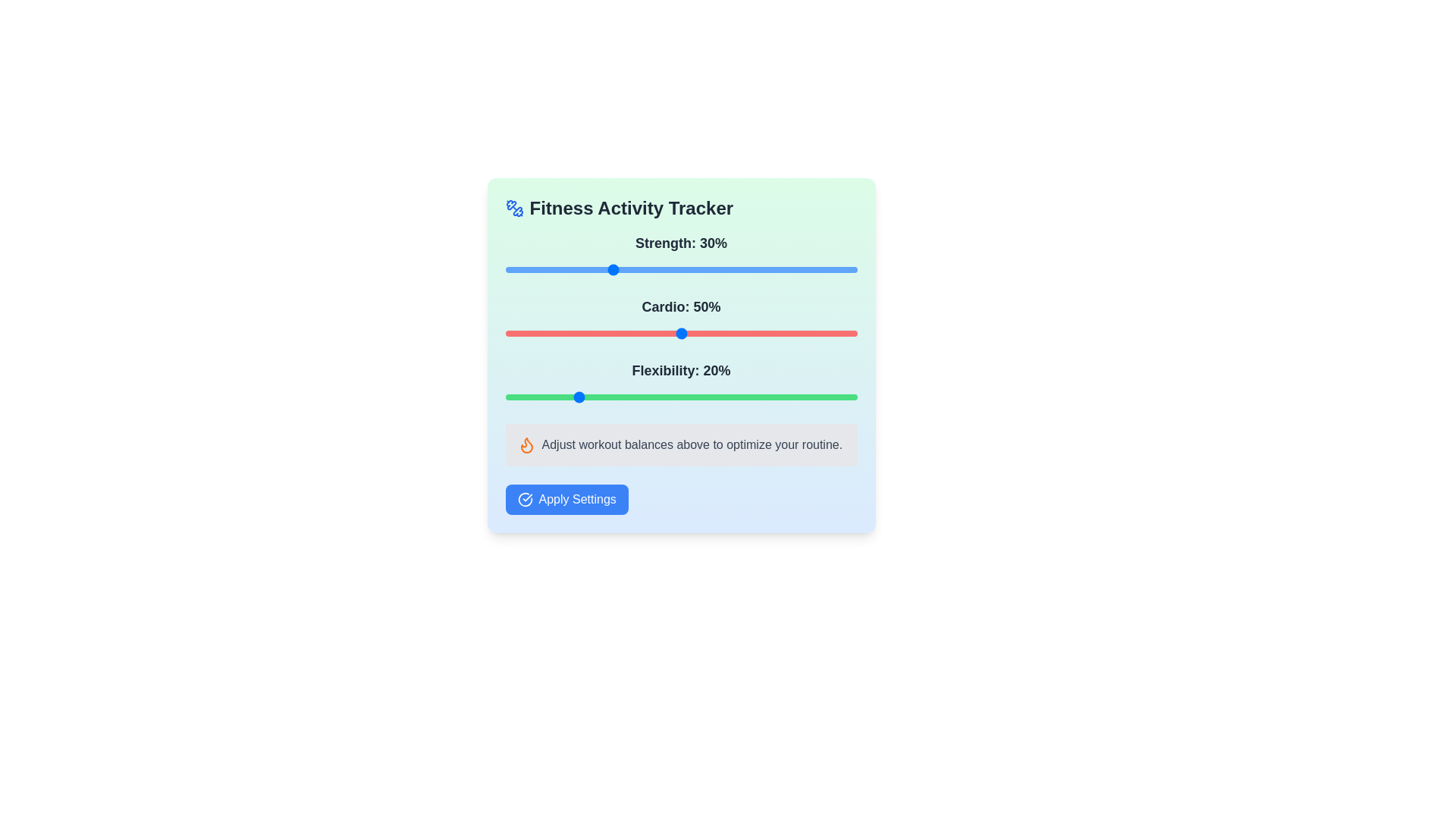 Image resolution: width=1456 pixels, height=819 pixels. Describe the element at coordinates (525, 500) in the screenshot. I see `the confirmation icon located to the left of the 'Apply Settings' button at the bottom of the Fitness Activity Tracker interface` at that location.